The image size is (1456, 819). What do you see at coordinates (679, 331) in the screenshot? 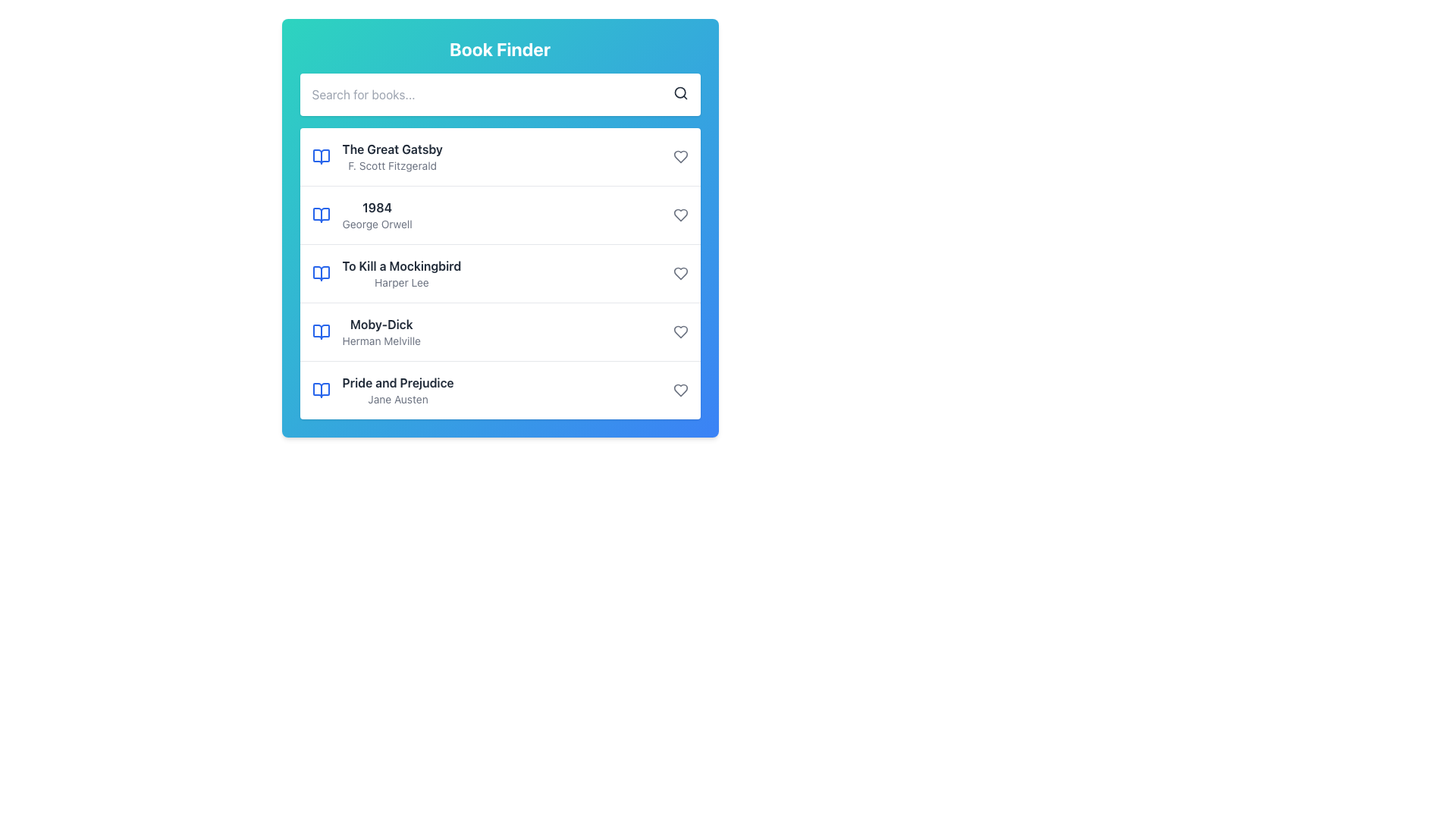
I see `the heart-shaped icon outlined in a thin stroke located in the right column of the fourth row, corresponding to 'Moby-Dick' by Herman Melville, to mark the item as favorite` at bounding box center [679, 331].